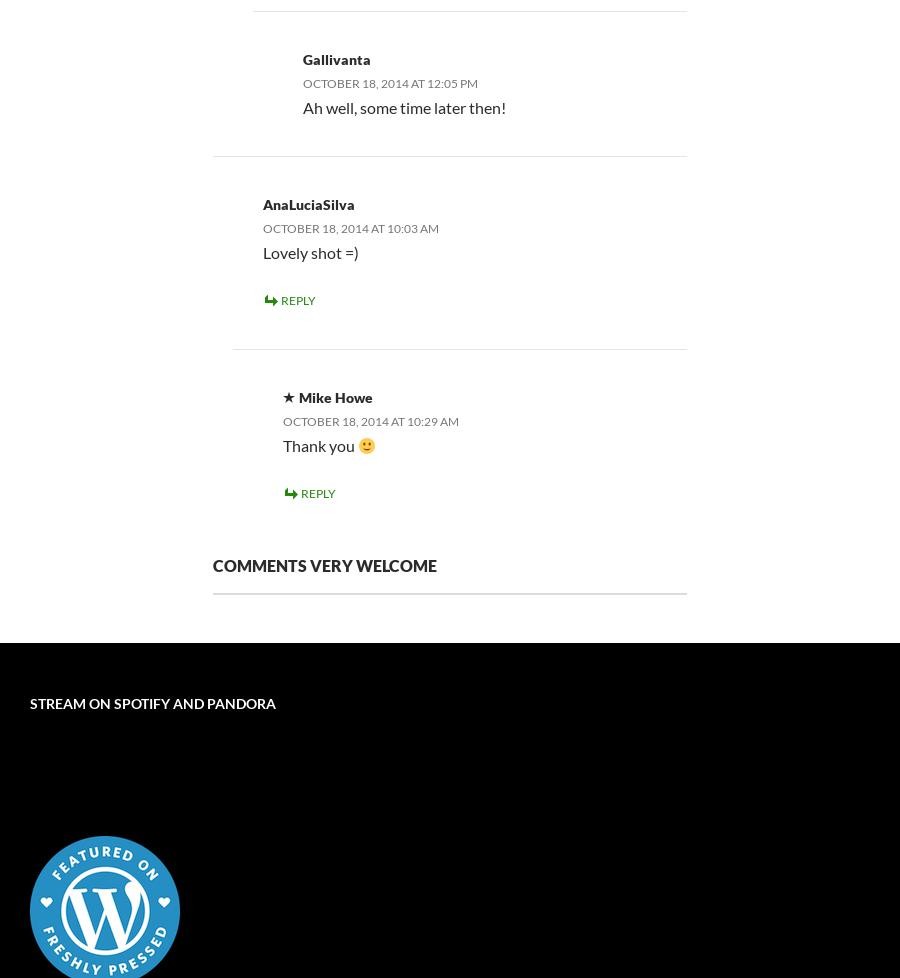 Image resolution: width=900 pixels, height=978 pixels. What do you see at coordinates (310, 250) in the screenshot?
I see `'Lovely shot =)'` at bounding box center [310, 250].